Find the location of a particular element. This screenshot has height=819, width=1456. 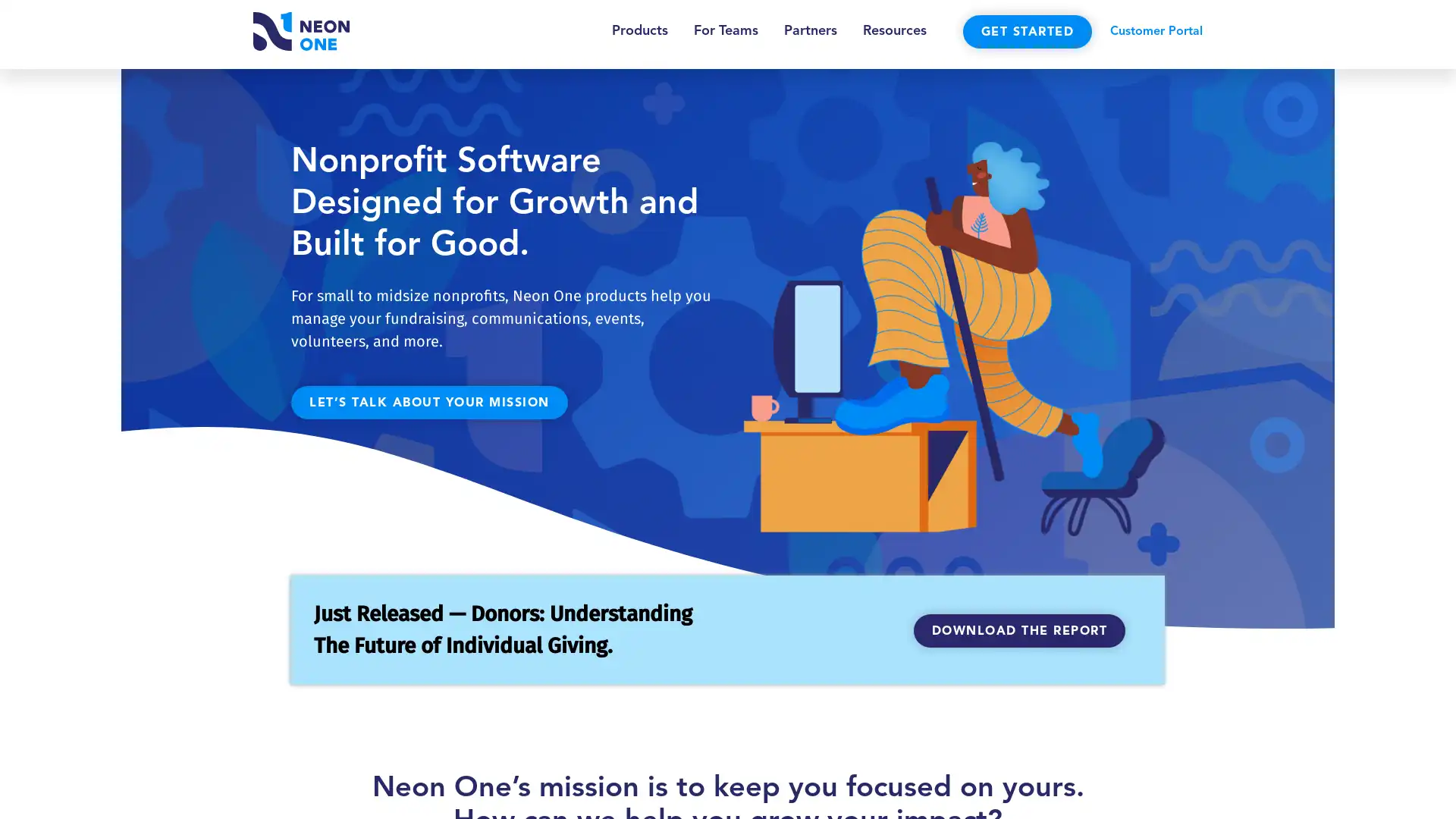

For Teams is located at coordinates (724, 31).